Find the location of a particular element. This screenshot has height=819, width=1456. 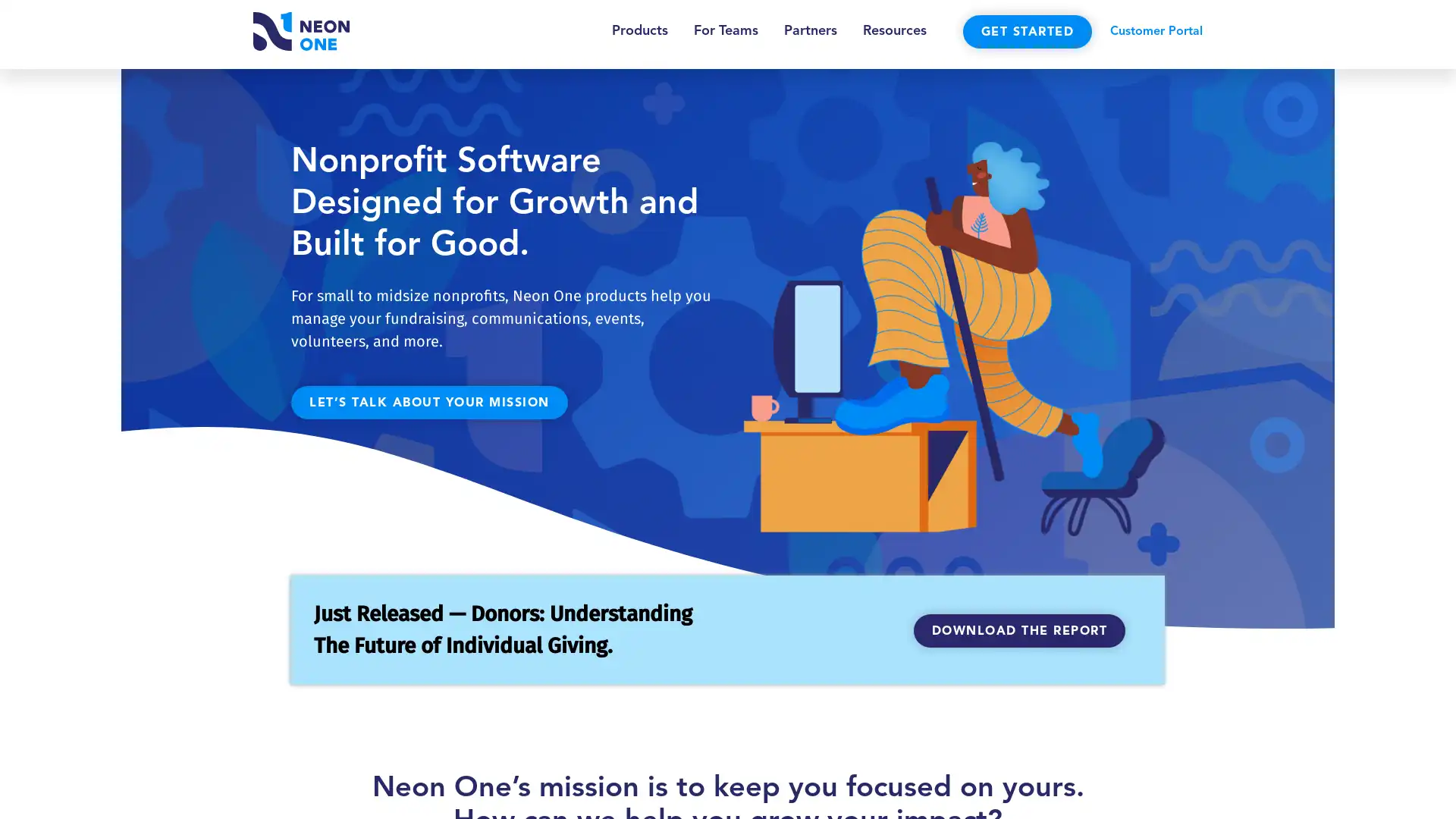

For Teams is located at coordinates (724, 31).